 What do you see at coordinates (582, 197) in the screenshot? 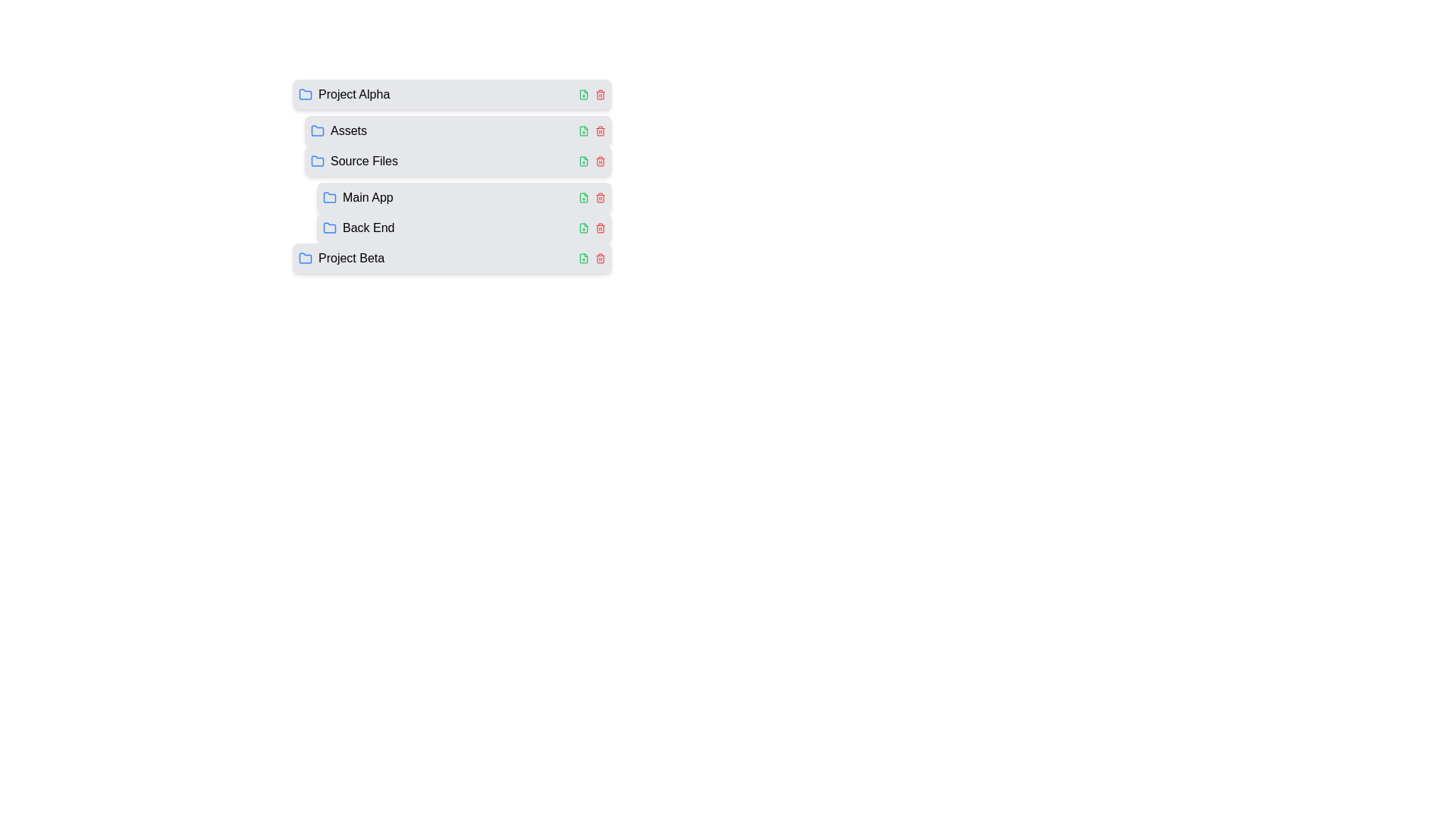
I see `the button next to the 'Main App' label` at bounding box center [582, 197].